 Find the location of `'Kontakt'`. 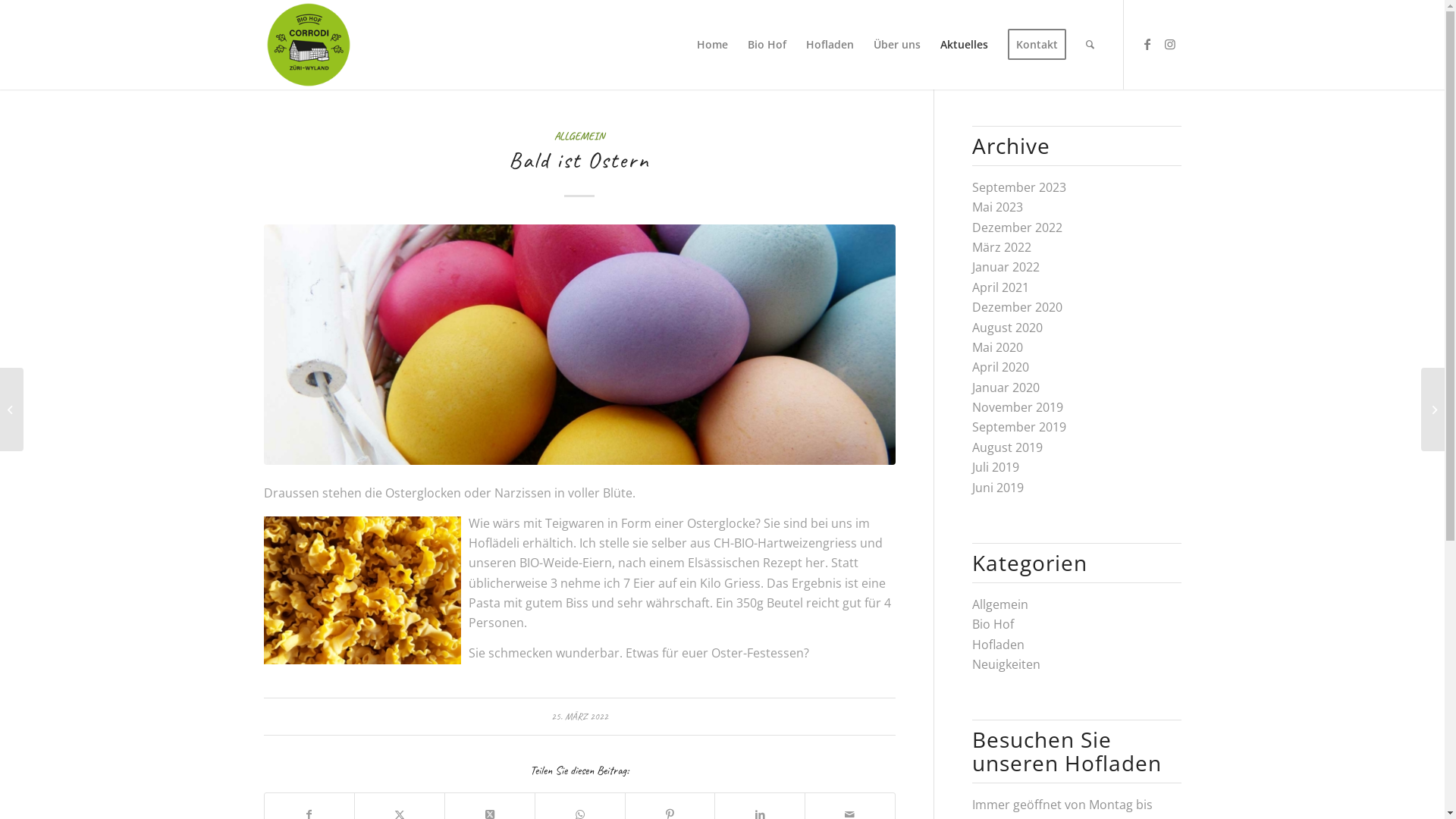

'Kontakt' is located at coordinates (1036, 43).